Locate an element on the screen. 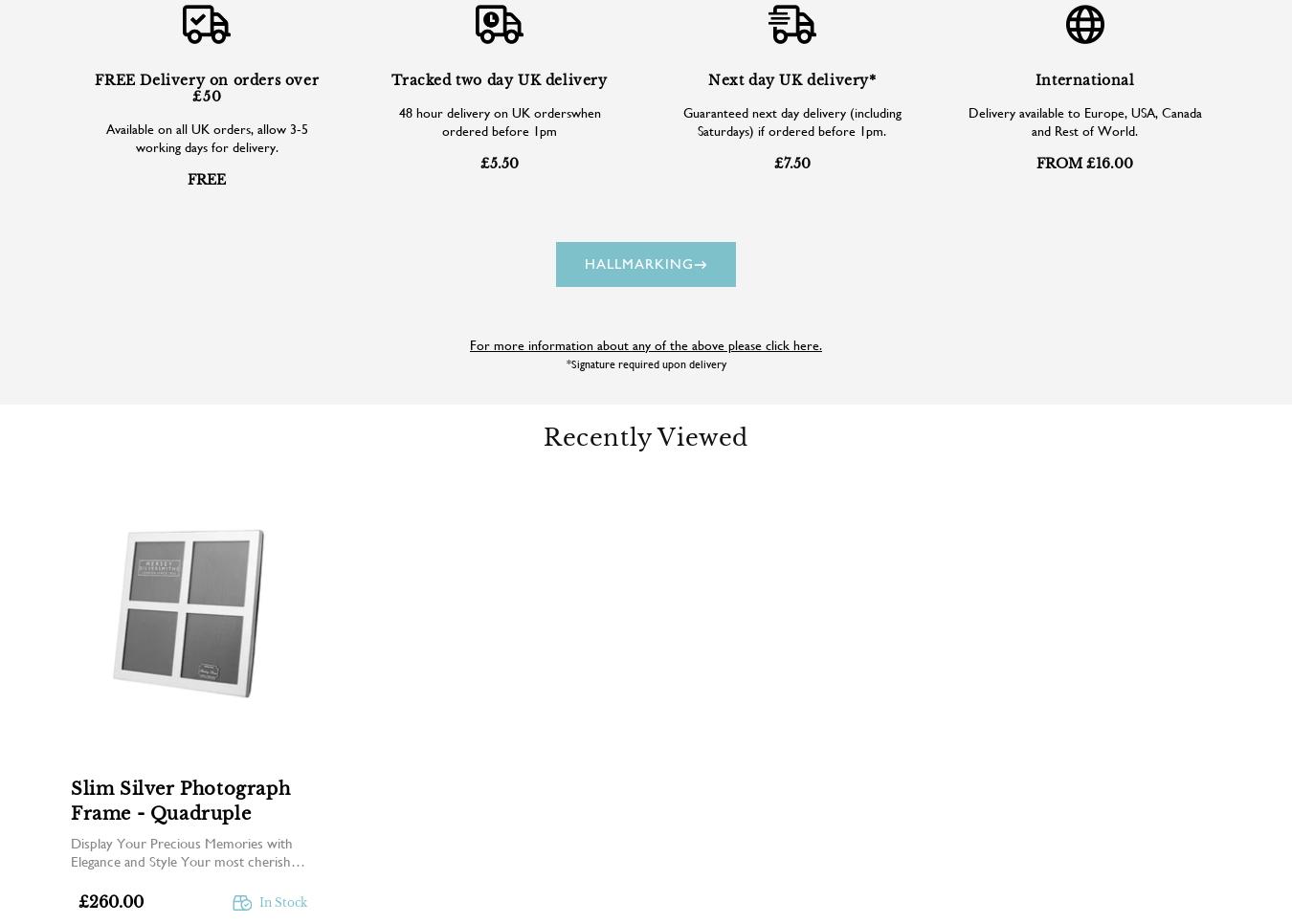 The height and width of the screenshot is (924, 1292). 'In Stock' is located at coordinates (257, 902).